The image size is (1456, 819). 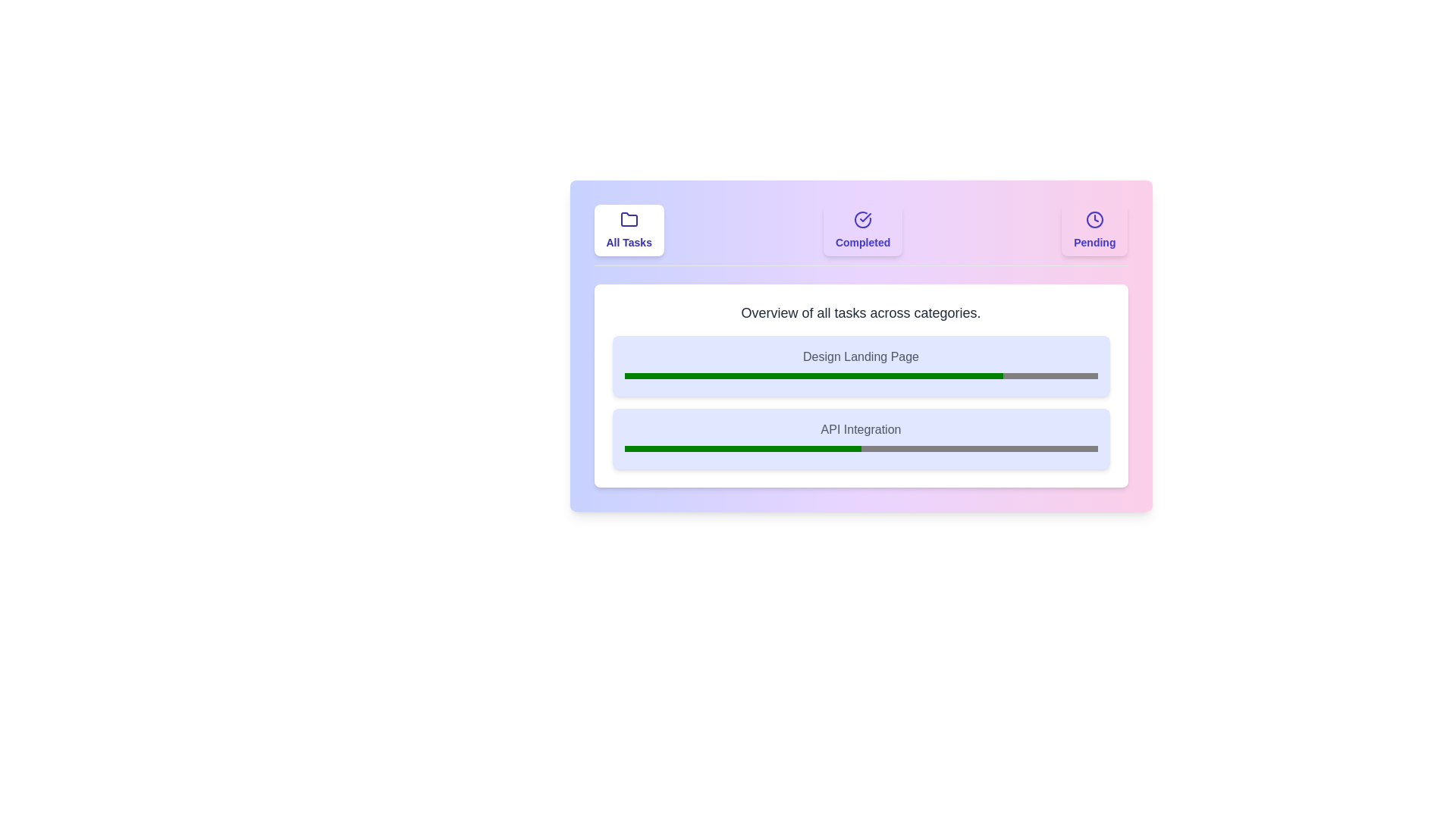 I want to click on text label displaying 'Completed' which is located at the center-bottom of a button-like component in the top-middle area between 'All Tasks' and 'Pending', so click(x=863, y=242).